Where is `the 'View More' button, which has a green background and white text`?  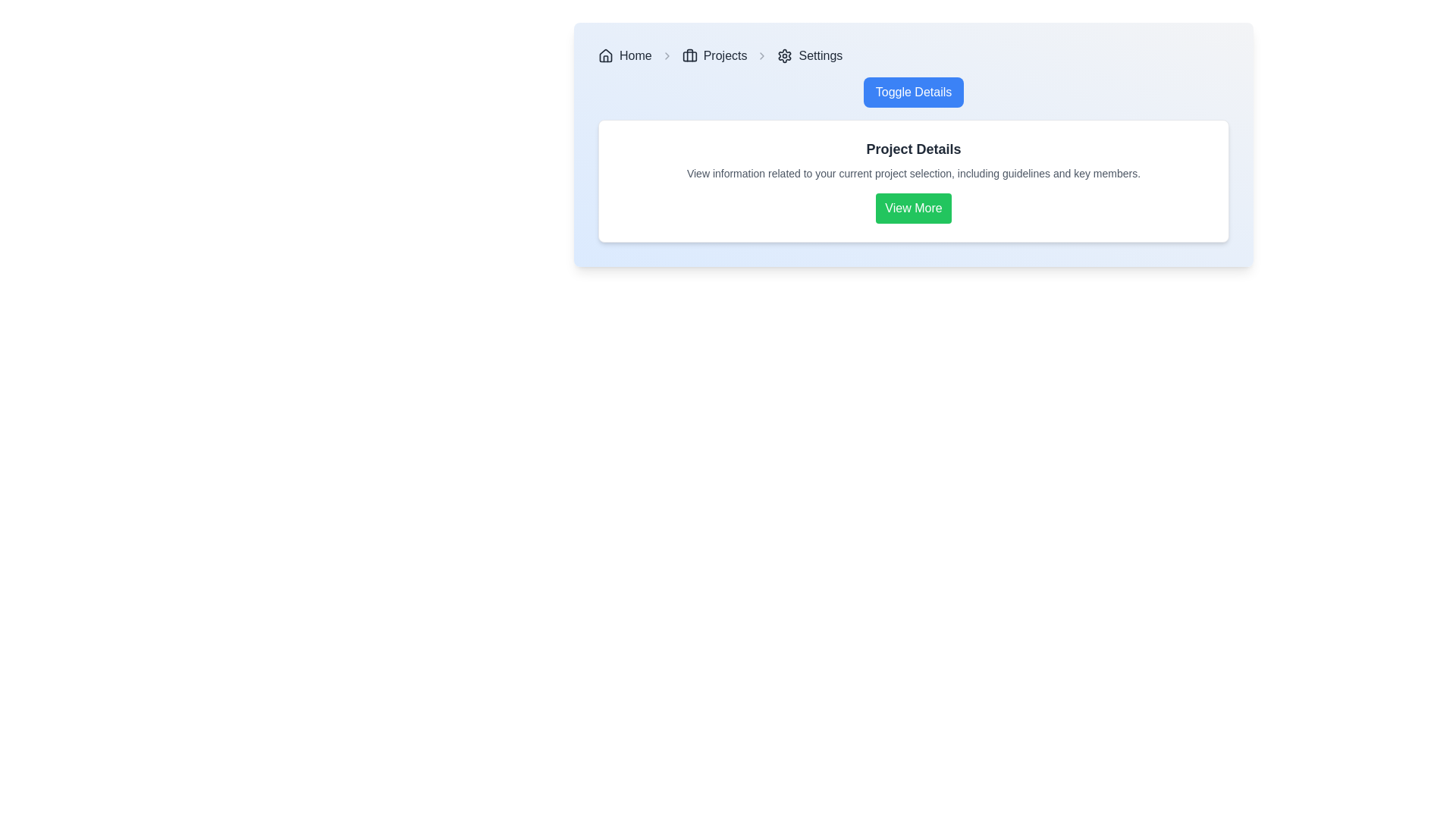 the 'View More' button, which has a green background and white text is located at coordinates (912, 208).